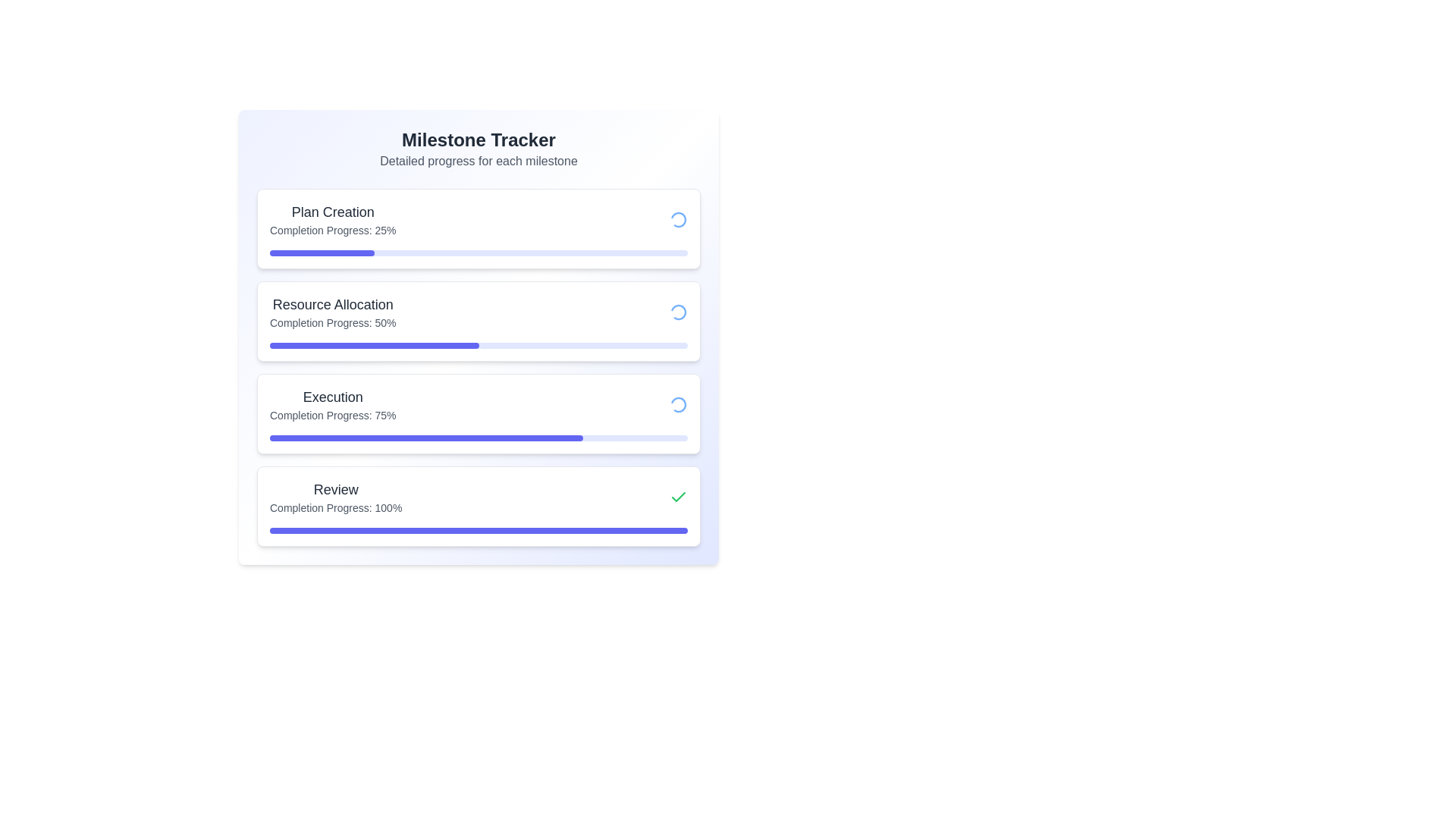 This screenshot has height=819, width=1456. I want to click on the 'Milestone Tracker' text label, which is prominently displayed at the top of the content area in bold and extra-large font style, so click(478, 140).